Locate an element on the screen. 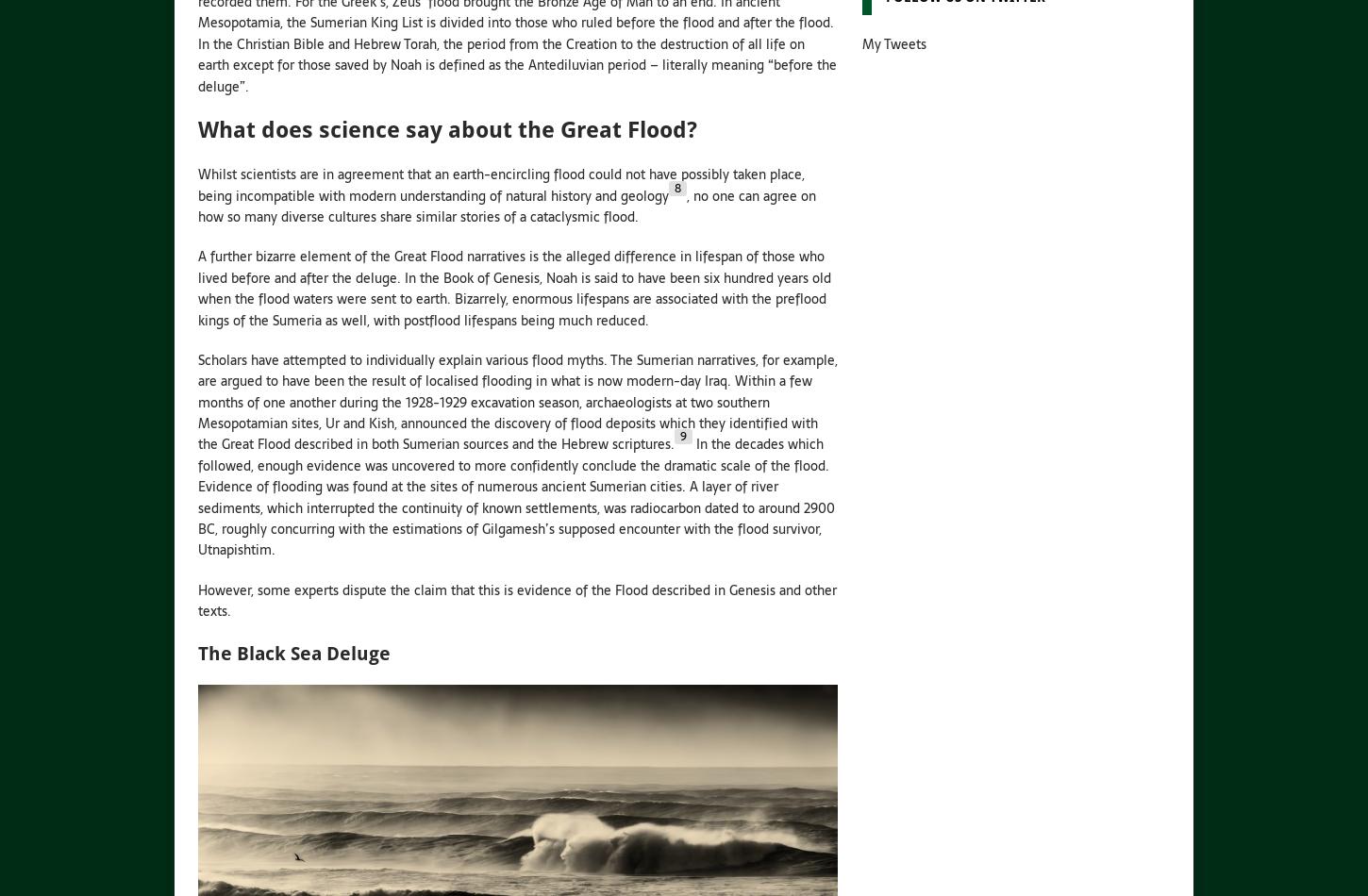 Image resolution: width=1368 pixels, height=896 pixels. 'My Tweets' is located at coordinates (892, 44).